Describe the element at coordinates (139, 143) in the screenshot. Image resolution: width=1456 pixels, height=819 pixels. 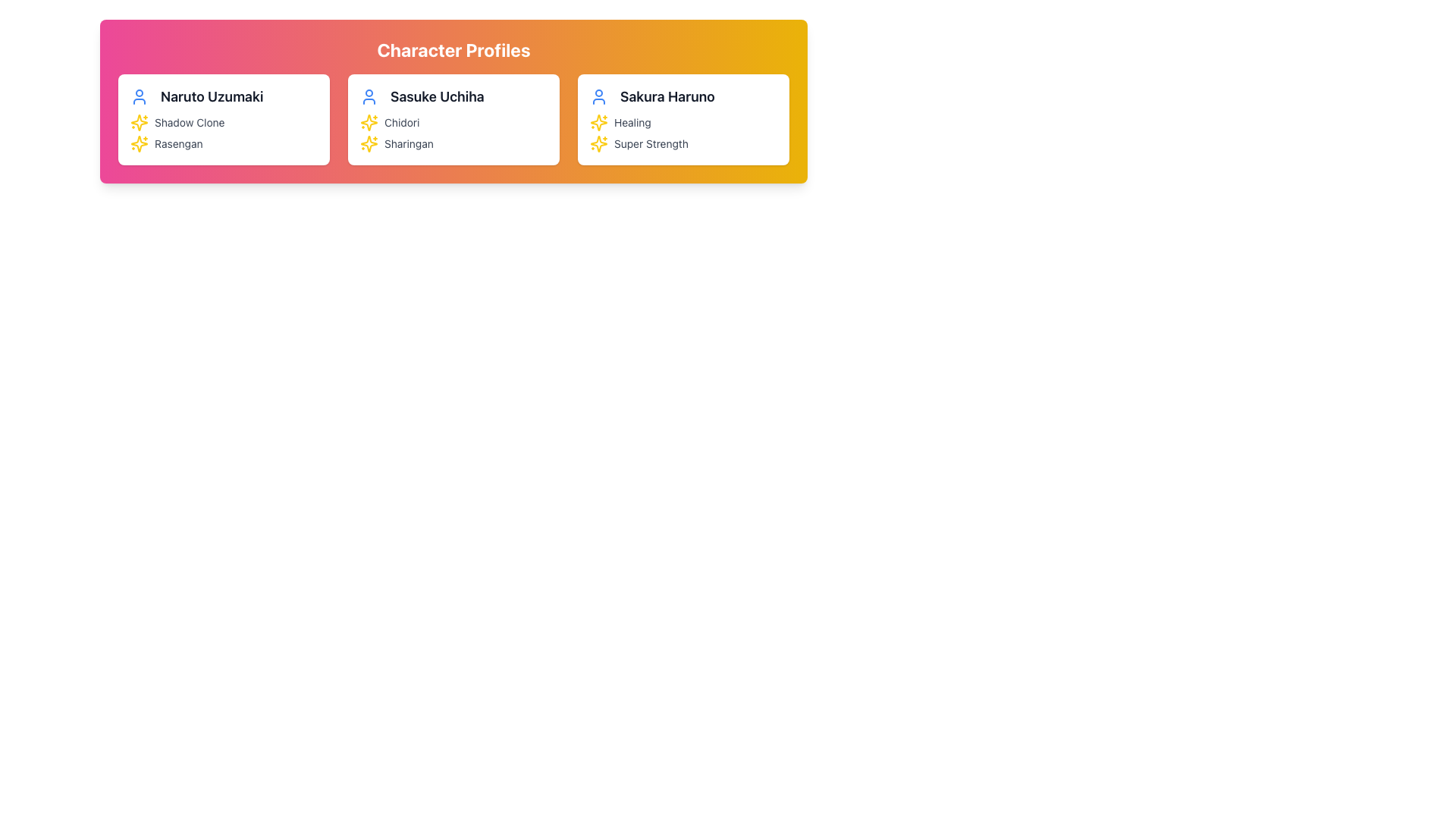
I see `the yellow star-like icon next to the text 'Rasengan' in Naruto Uzumaki's profile section` at that location.